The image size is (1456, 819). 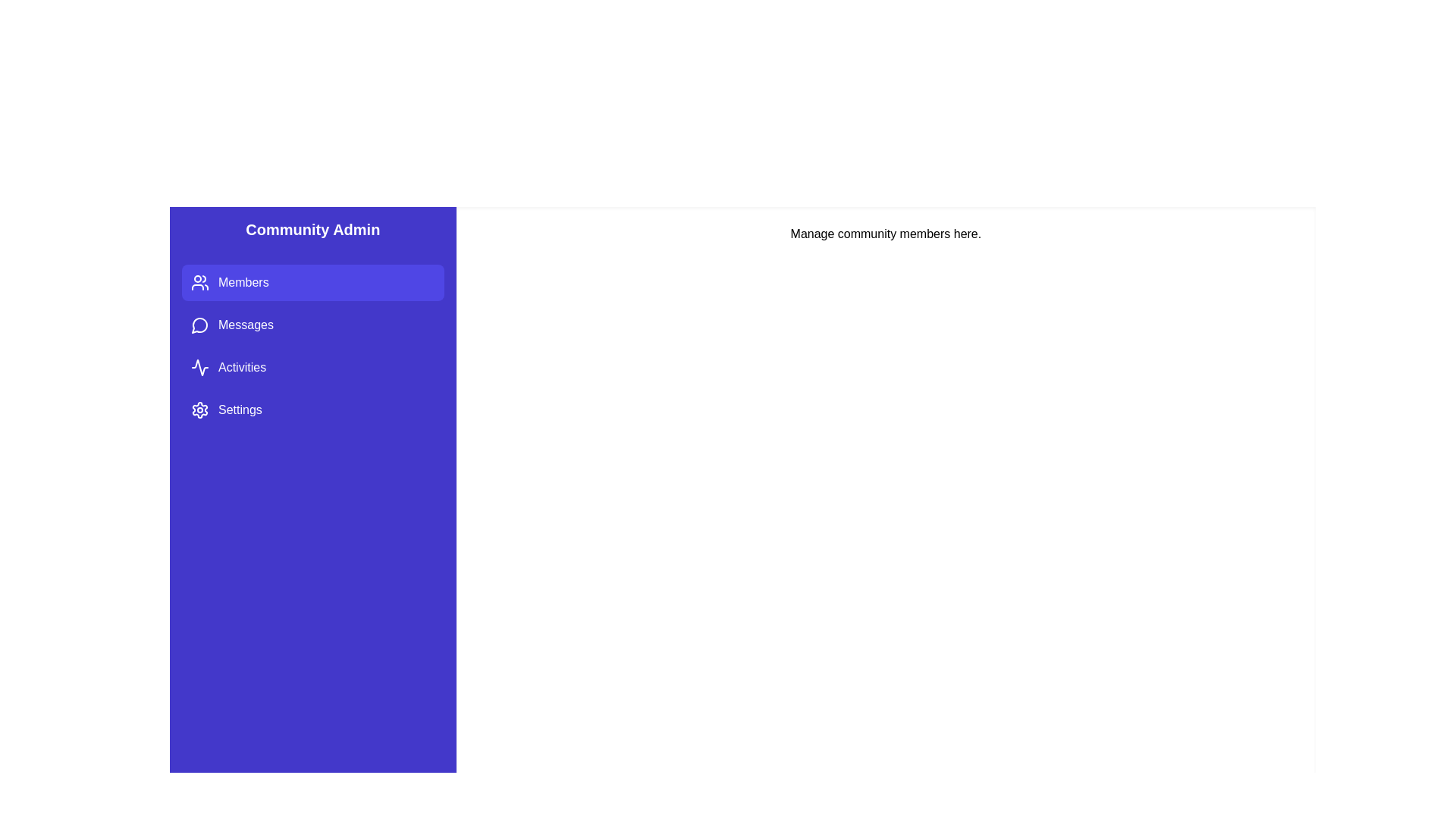 I want to click on the settings icon, which is a gear-like graphical icon located at the bottom of the vertical navigation bar on the left side of the interface, so click(x=199, y=409).